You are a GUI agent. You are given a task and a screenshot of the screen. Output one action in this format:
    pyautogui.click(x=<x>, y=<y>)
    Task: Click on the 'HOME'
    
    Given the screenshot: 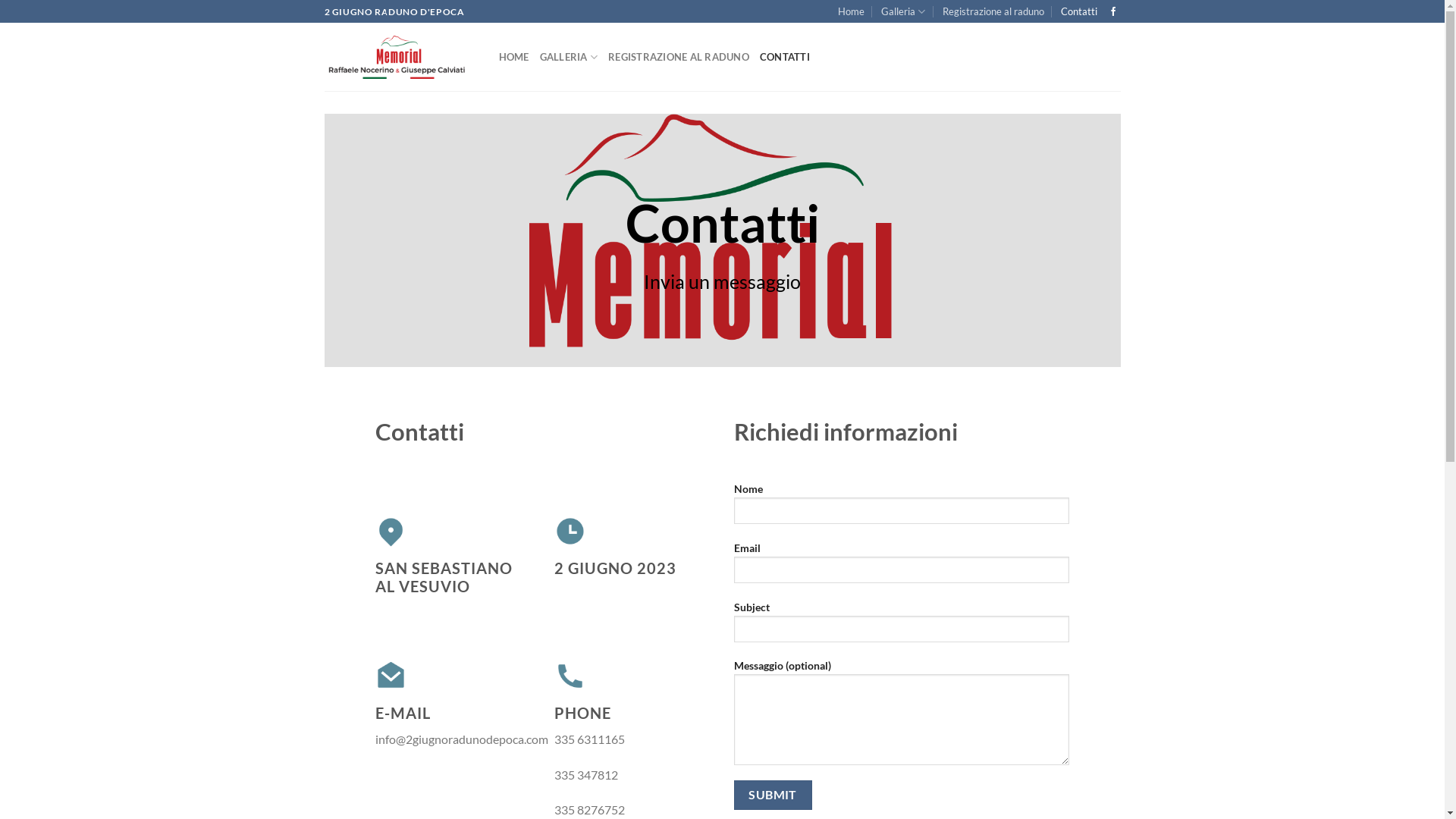 What is the action you would take?
    pyautogui.click(x=513, y=55)
    